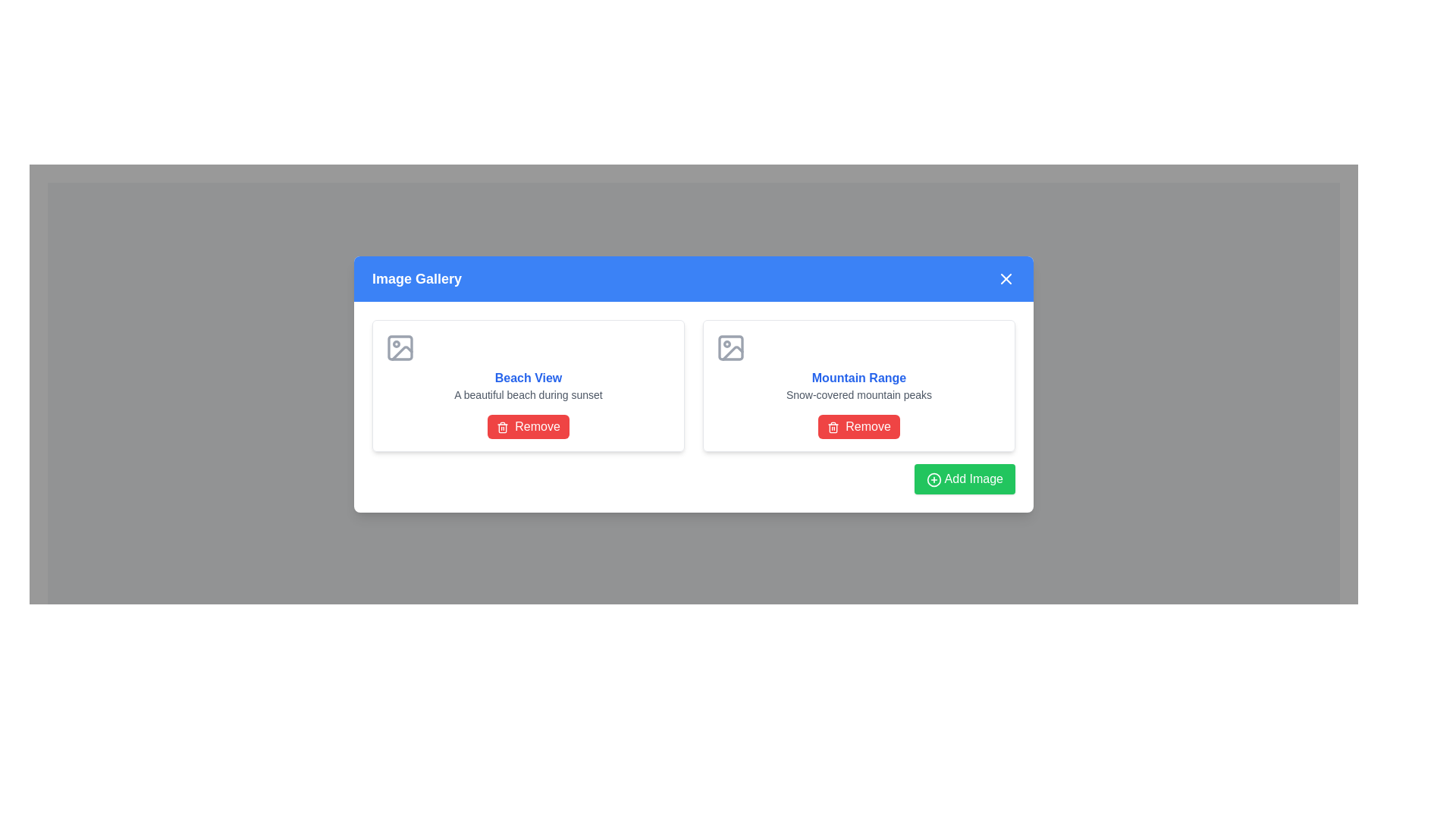  I want to click on the text label or heading located at the top-left of the blue header bar of the modal dialog, which serves as a title or identifier for the modal content, so click(417, 278).